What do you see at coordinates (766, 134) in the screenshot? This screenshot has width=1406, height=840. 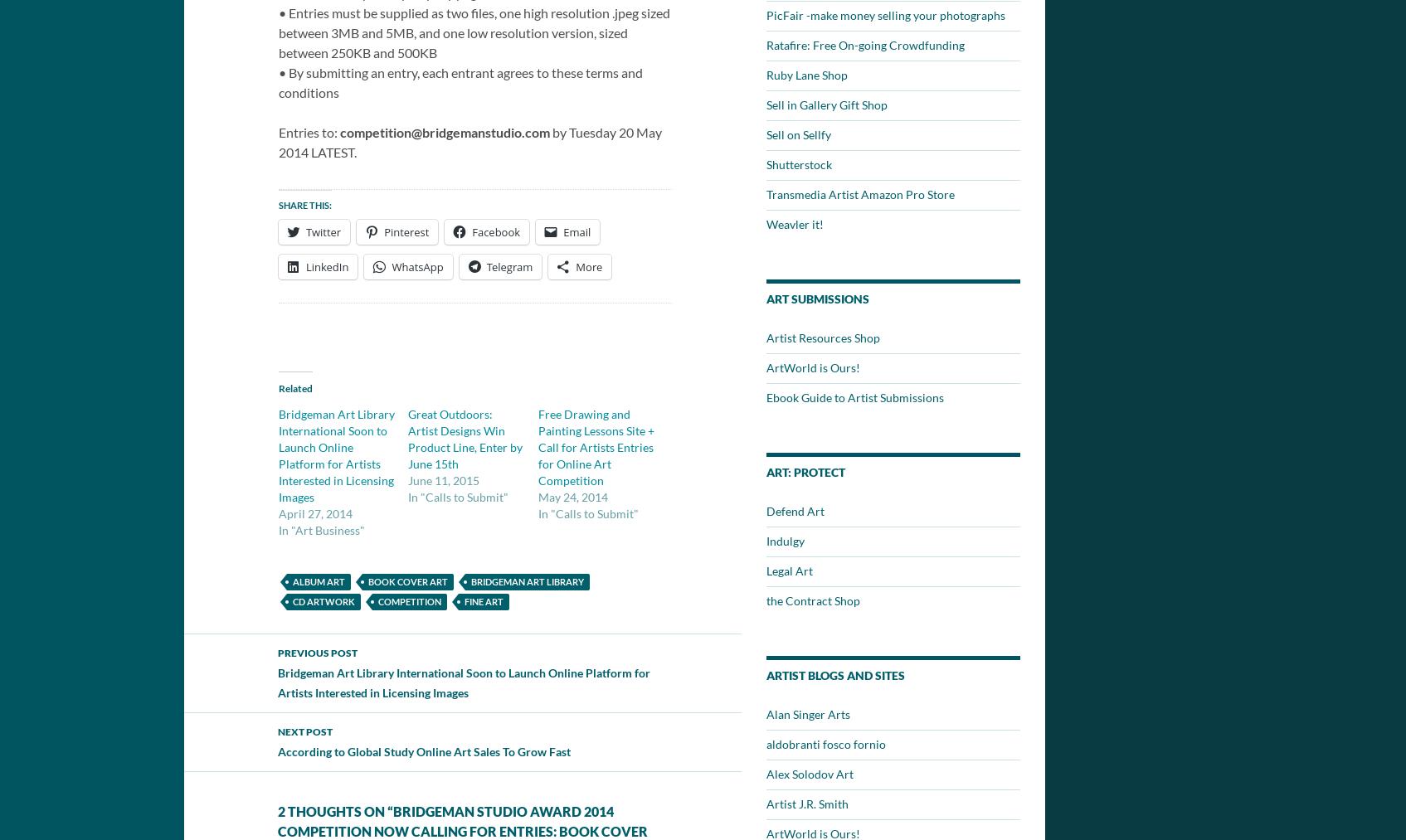 I see `'Sell on Sellfy'` at bounding box center [766, 134].